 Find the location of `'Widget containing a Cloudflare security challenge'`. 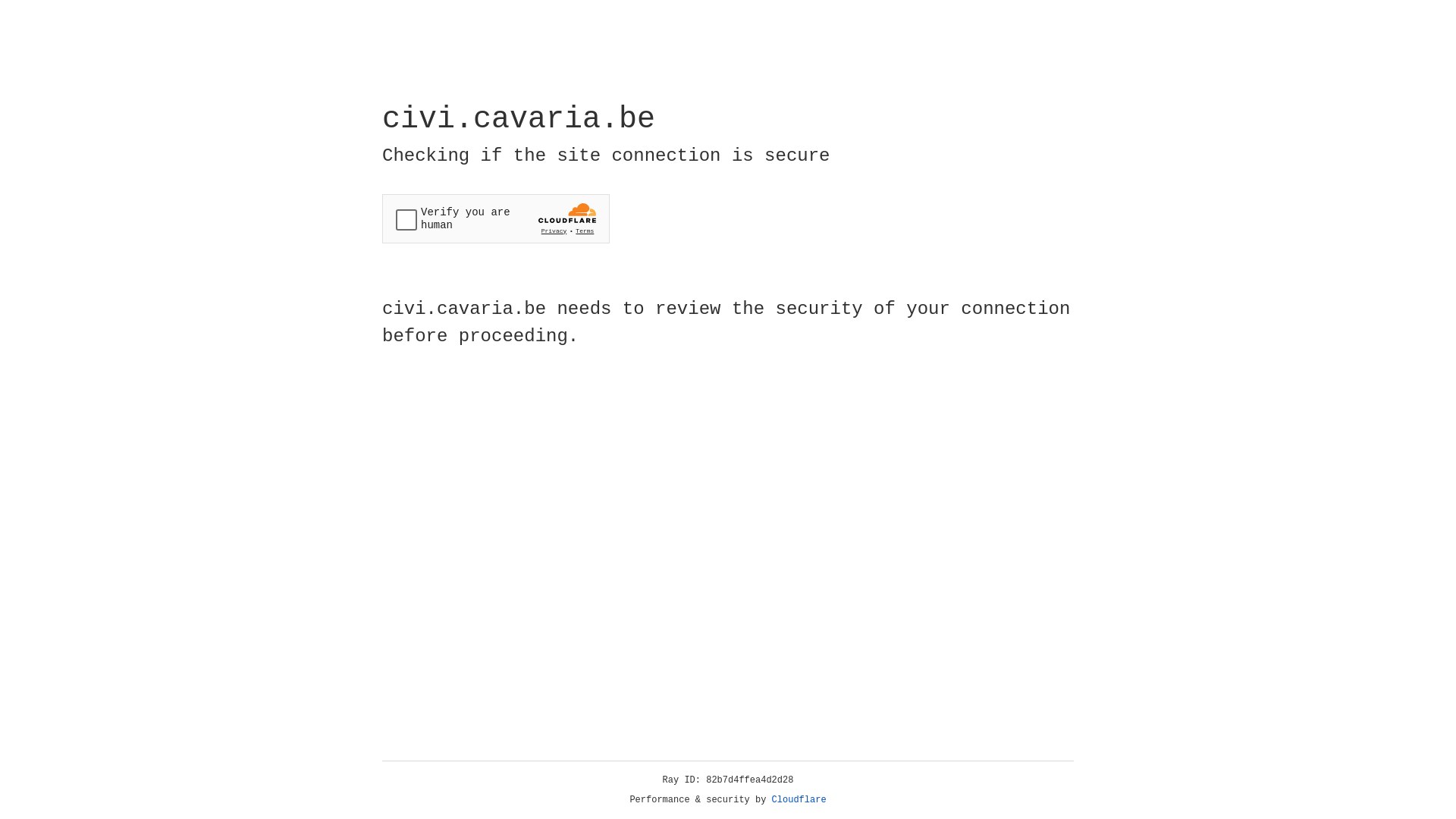

'Widget containing a Cloudflare security challenge' is located at coordinates (495, 218).